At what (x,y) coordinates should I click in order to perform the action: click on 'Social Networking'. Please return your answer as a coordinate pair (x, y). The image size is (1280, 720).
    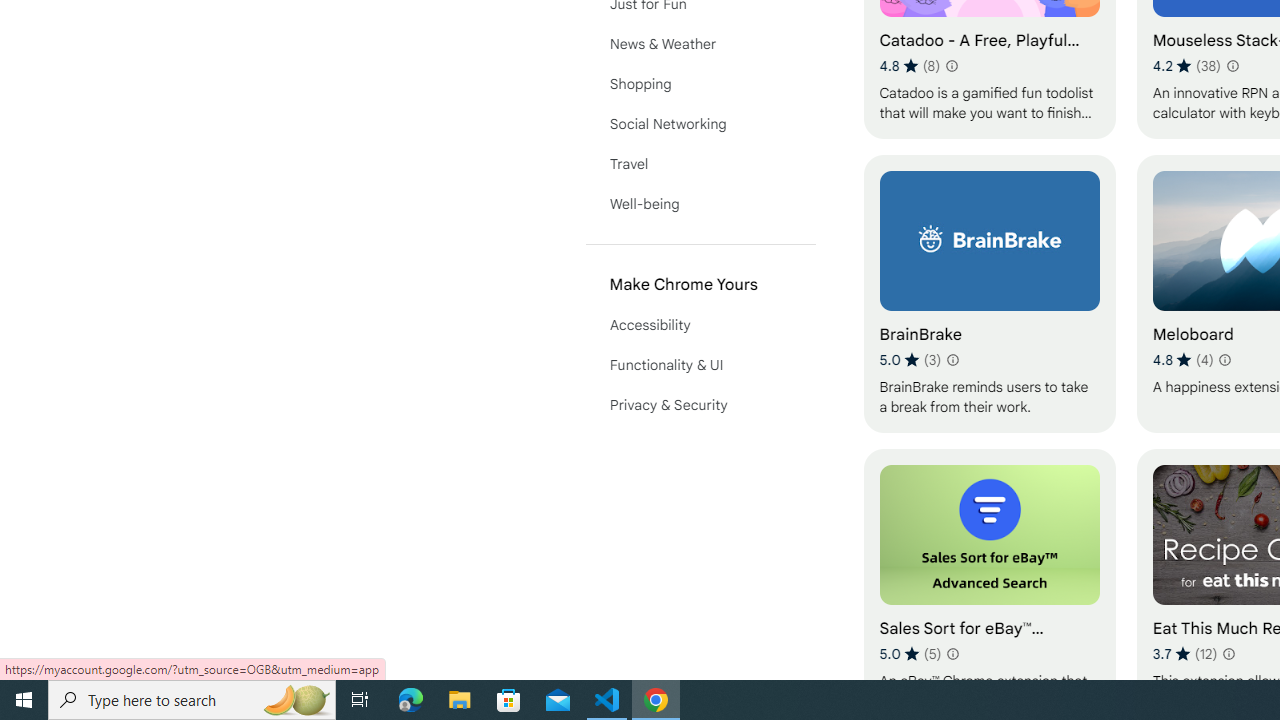
    Looking at the image, I should click on (700, 123).